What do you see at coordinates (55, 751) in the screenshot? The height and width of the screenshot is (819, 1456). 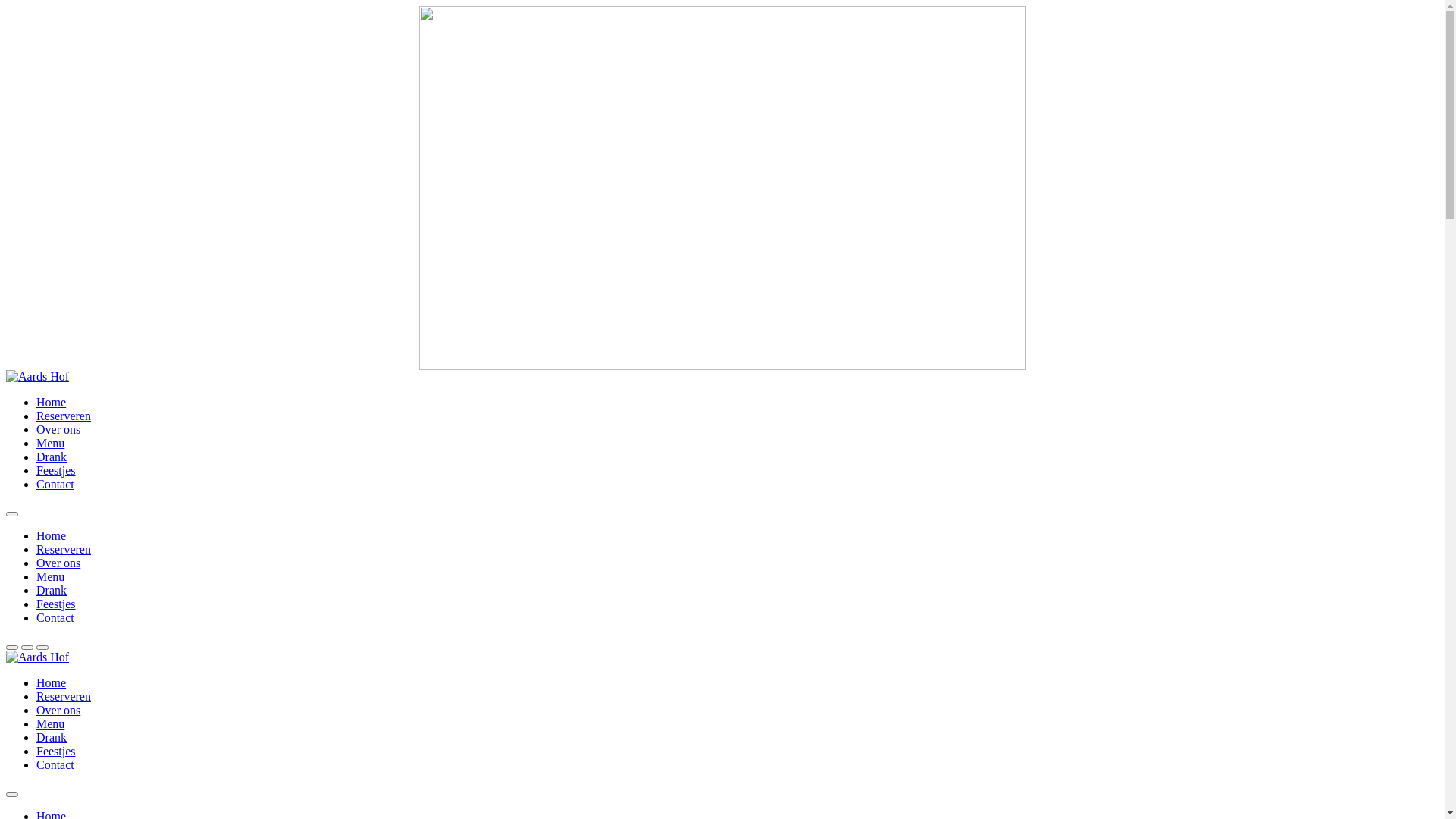 I see `'Feestjes'` at bounding box center [55, 751].